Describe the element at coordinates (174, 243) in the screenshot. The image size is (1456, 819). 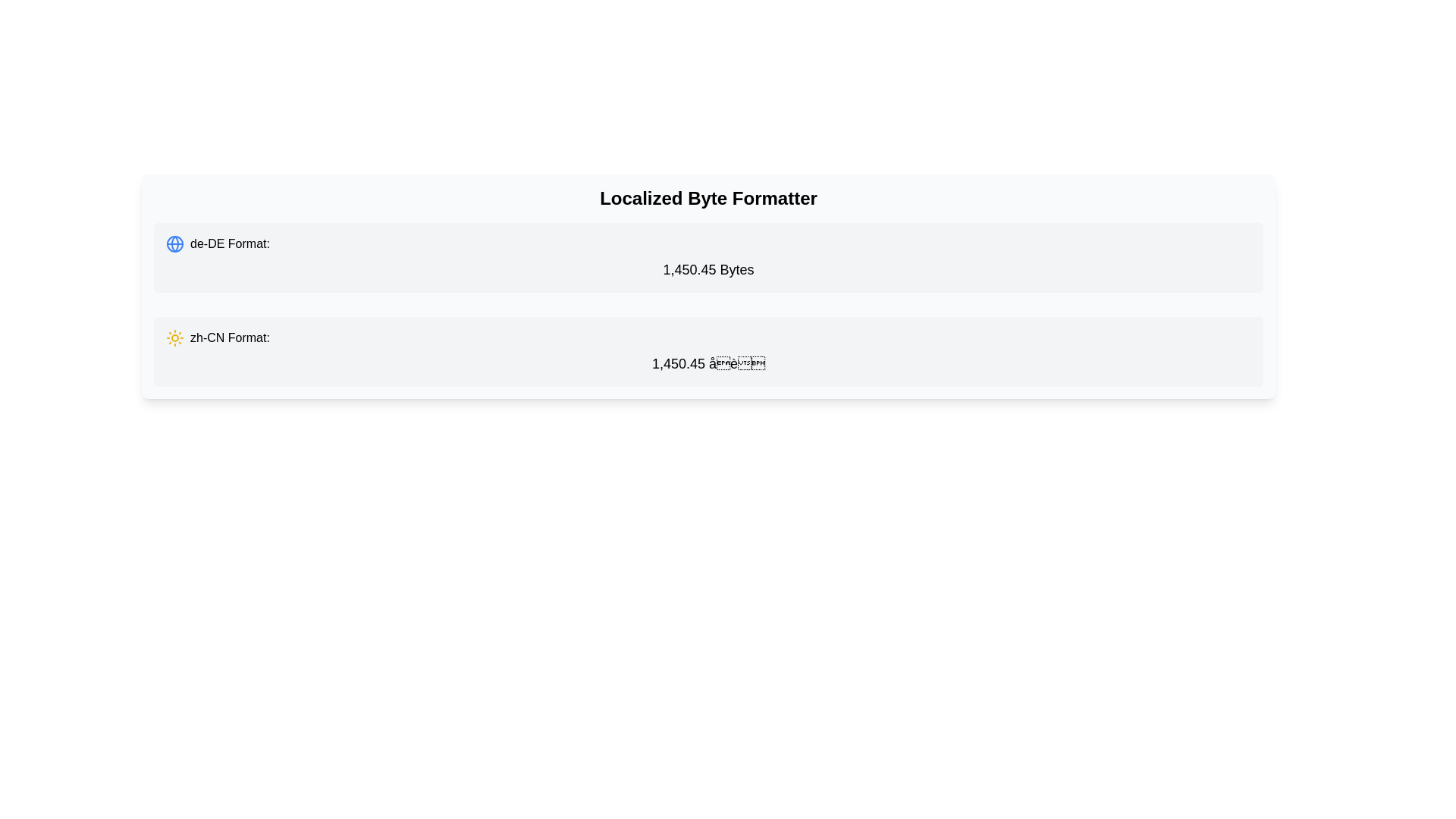
I see `the graphical SVG element representing part of a globe icon` at that location.